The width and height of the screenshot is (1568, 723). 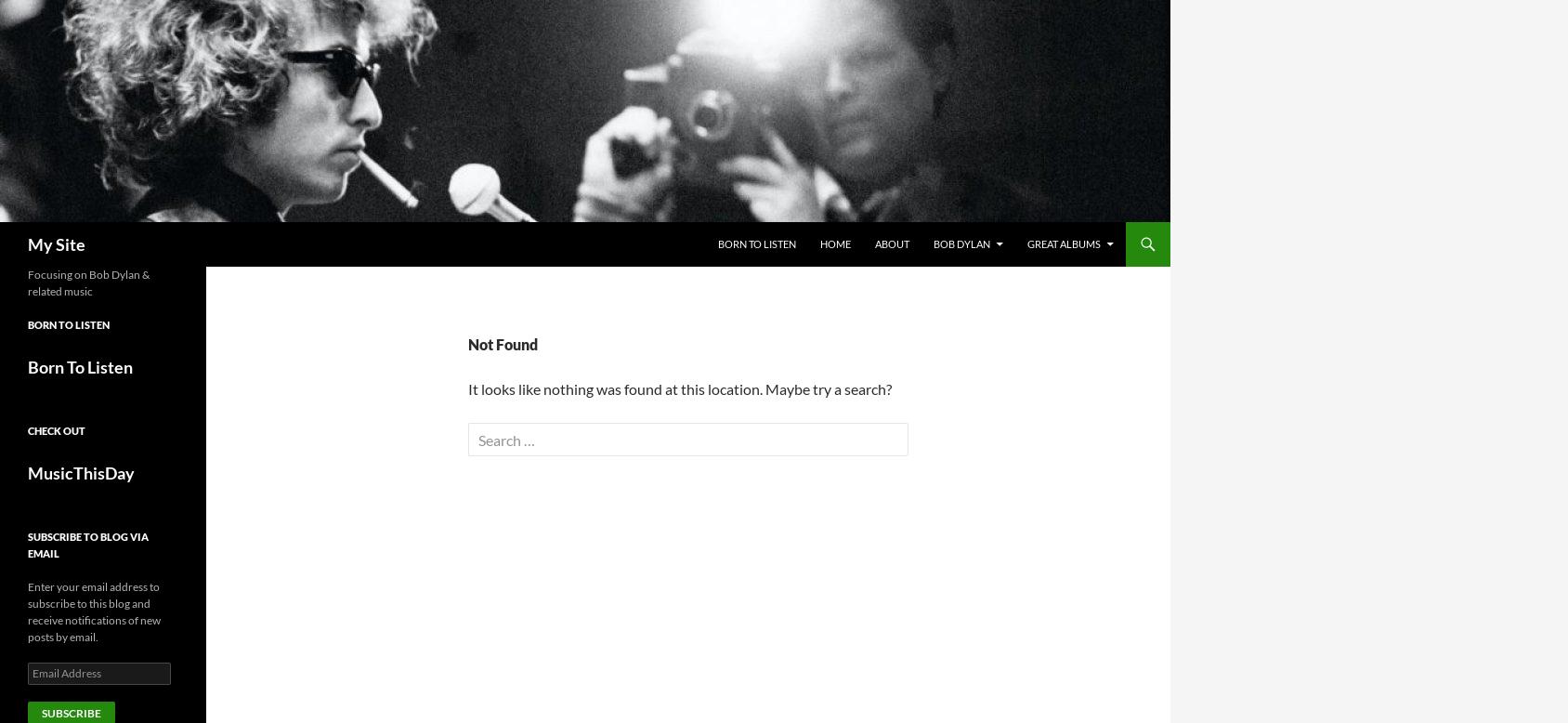 What do you see at coordinates (55, 429) in the screenshot?
I see `'Check out'` at bounding box center [55, 429].